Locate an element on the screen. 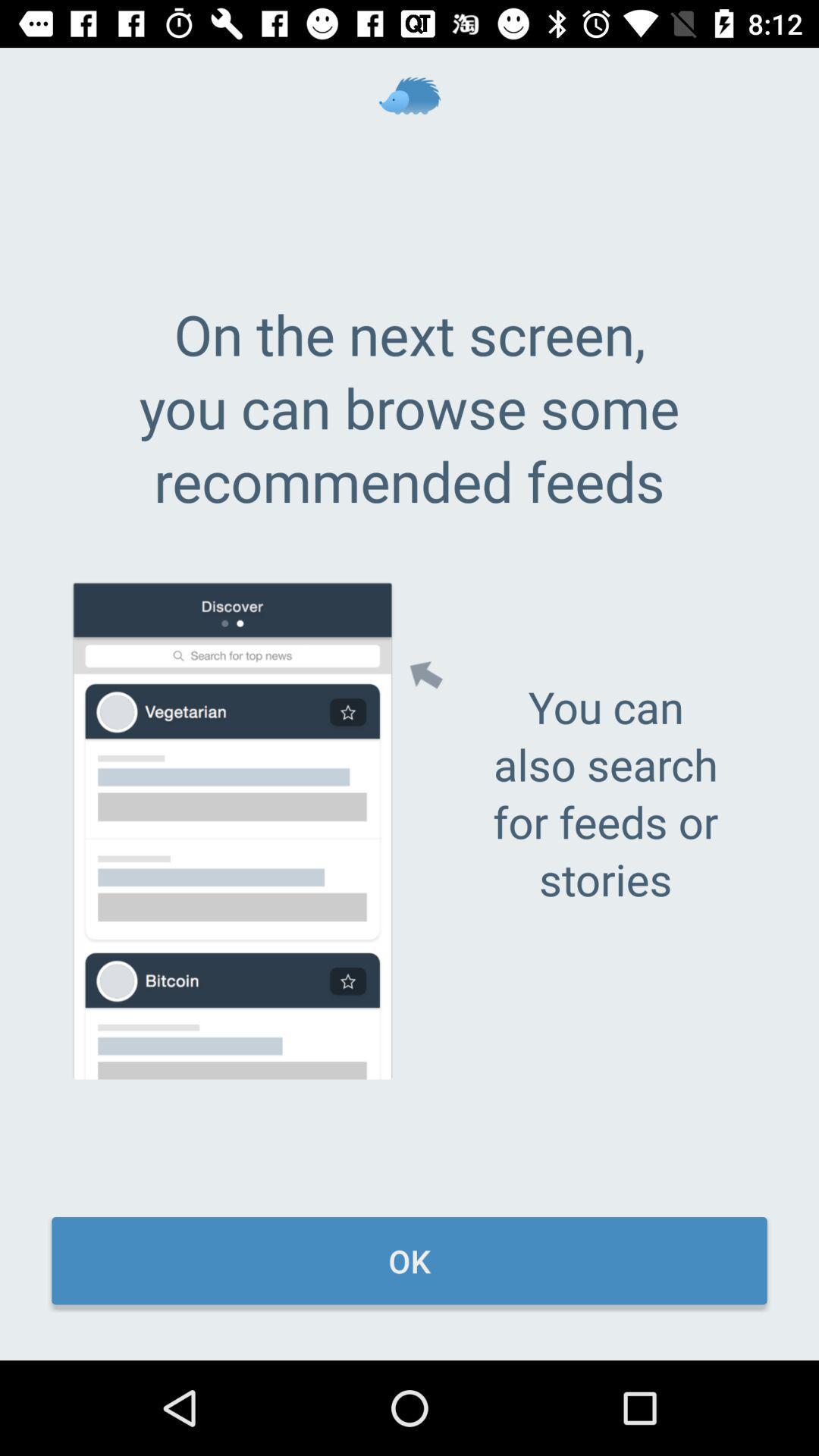 This screenshot has width=819, height=1456. the ok icon is located at coordinates (409, 1260).